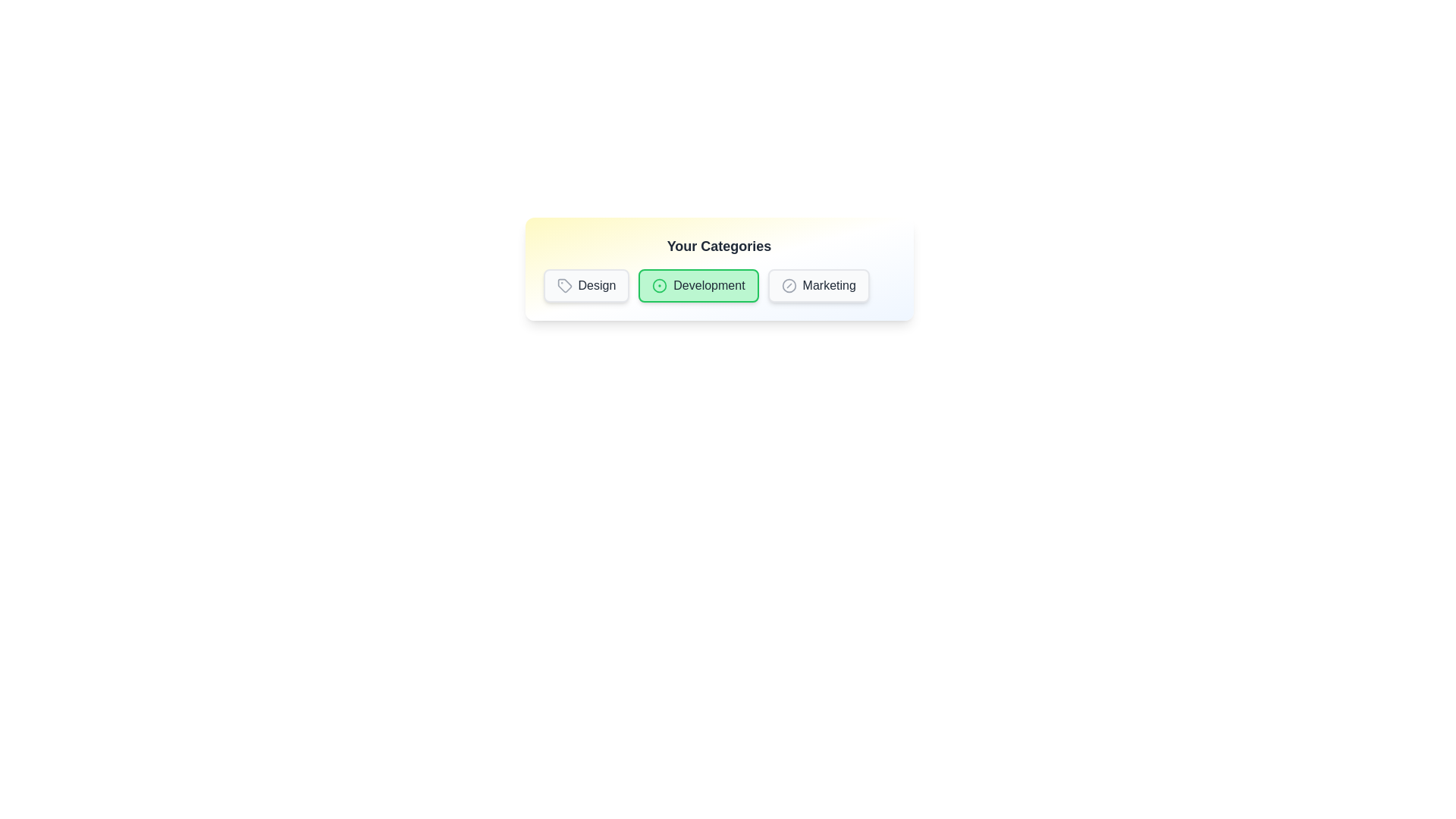  What do you see at coordinates (817, 286) in the screenshot?
I see `the badge labeled Marketing` at bounding box center [817, 286].